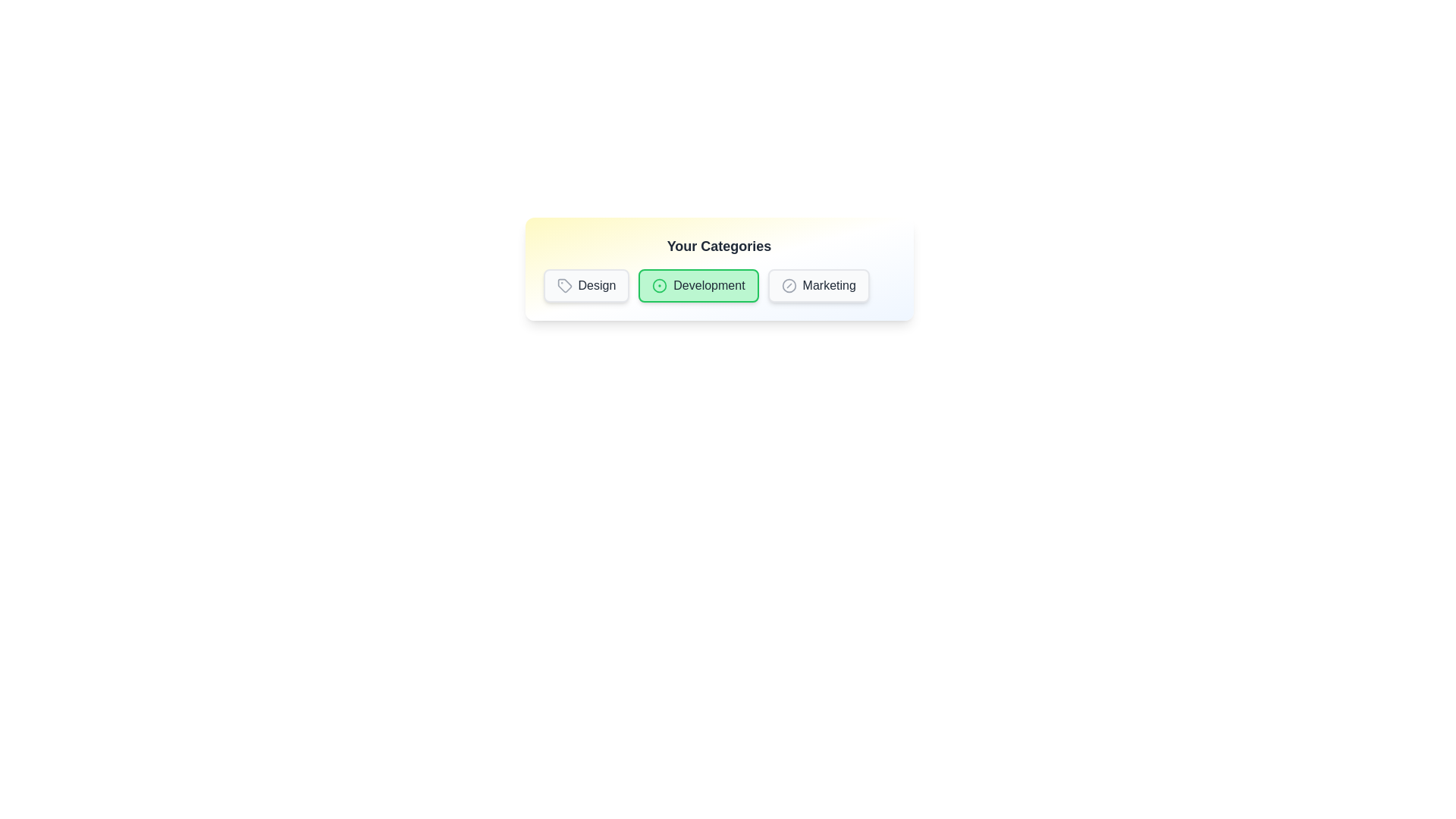  What do you see at coordinates (817, 286) in the screenshot?
I see `the badge labeled Marketing` at bounding box center [817, 286].